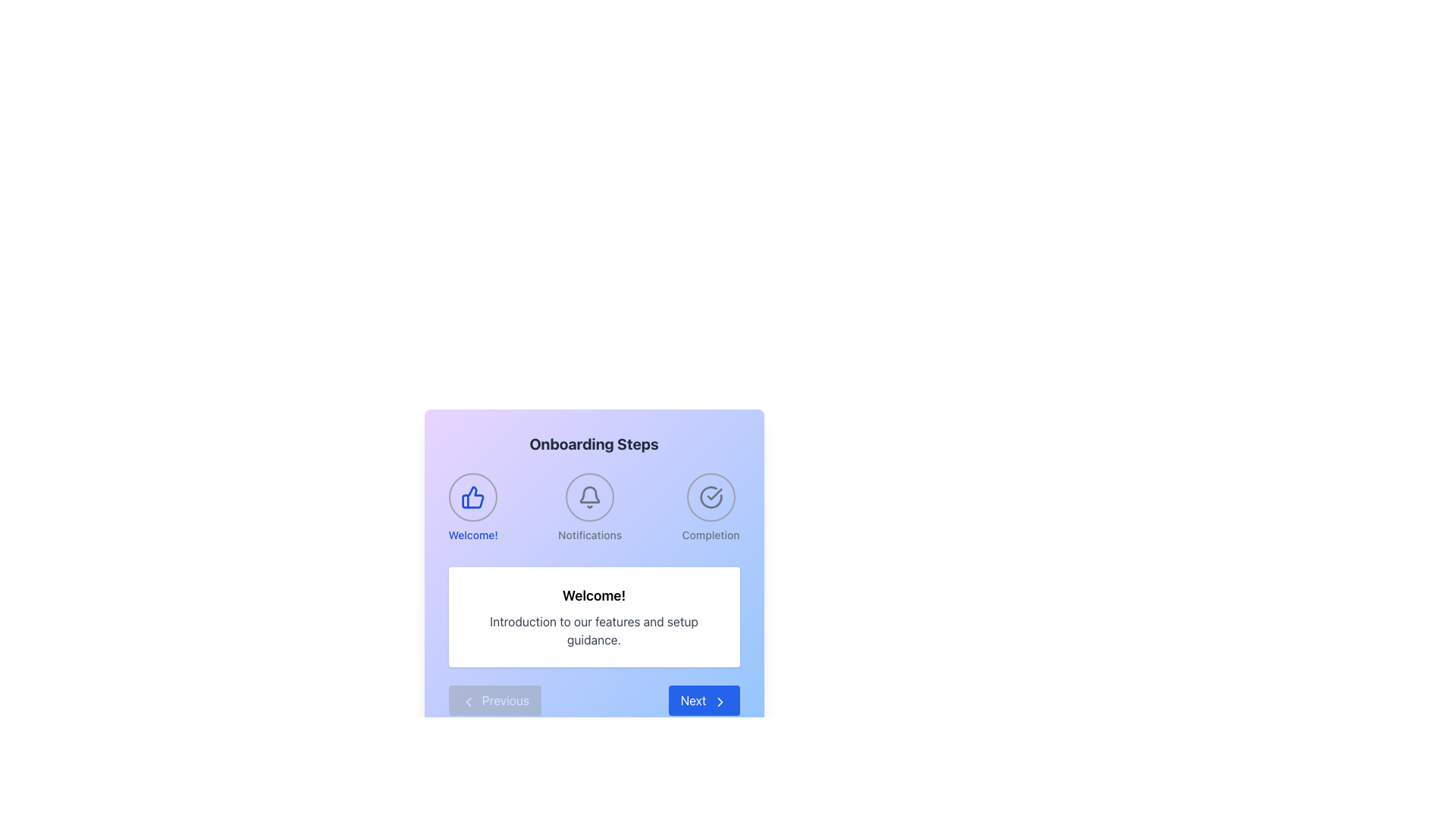 The height and width of the screenshot is (819, 1456). I want to click on the checkmark icon within the circular 'Completion' icon in the 'Onboarding Steps' interface to indicate completion, so click(714, 494).